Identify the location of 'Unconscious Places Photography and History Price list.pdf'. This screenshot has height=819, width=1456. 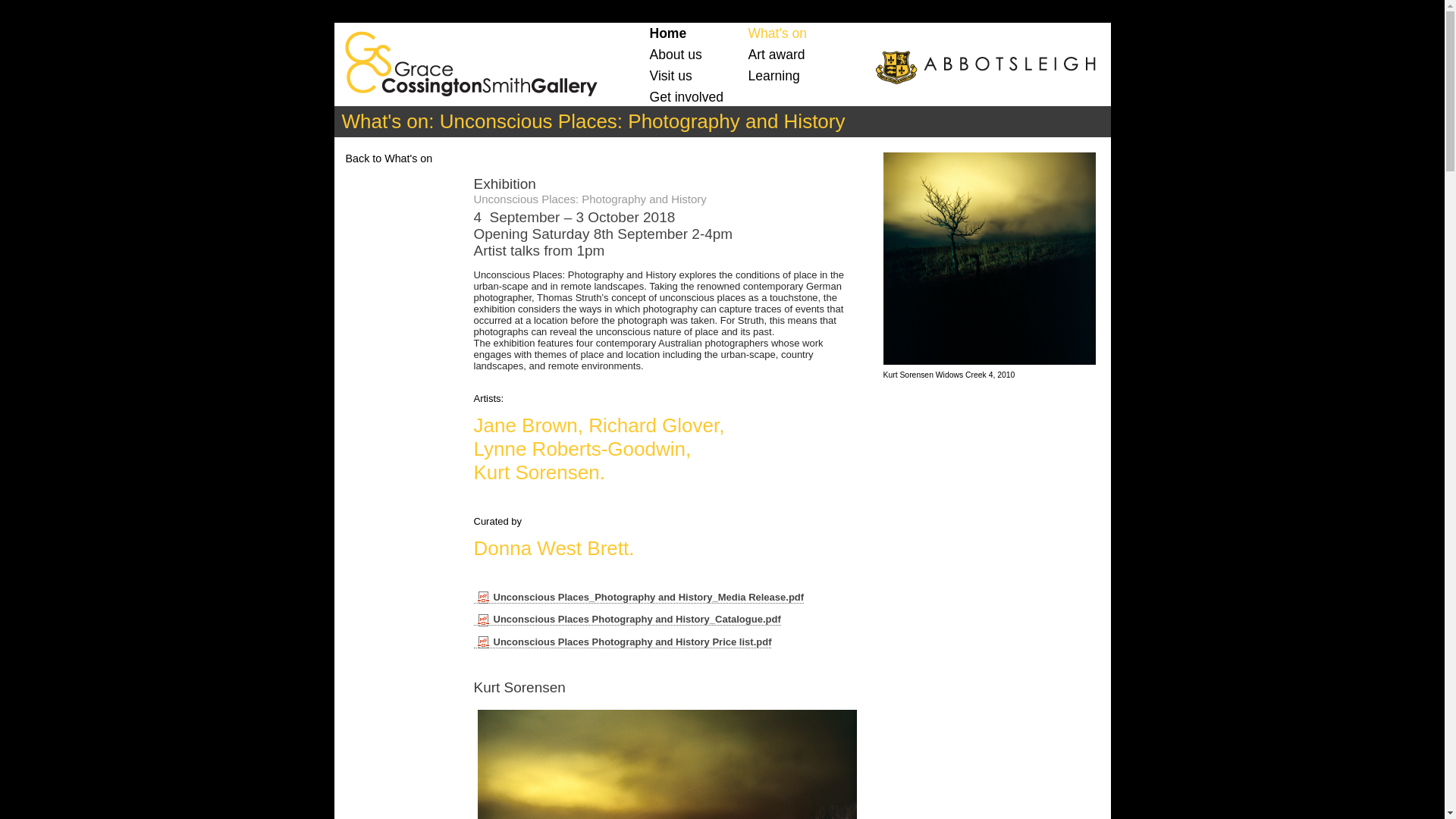
(622, 642).